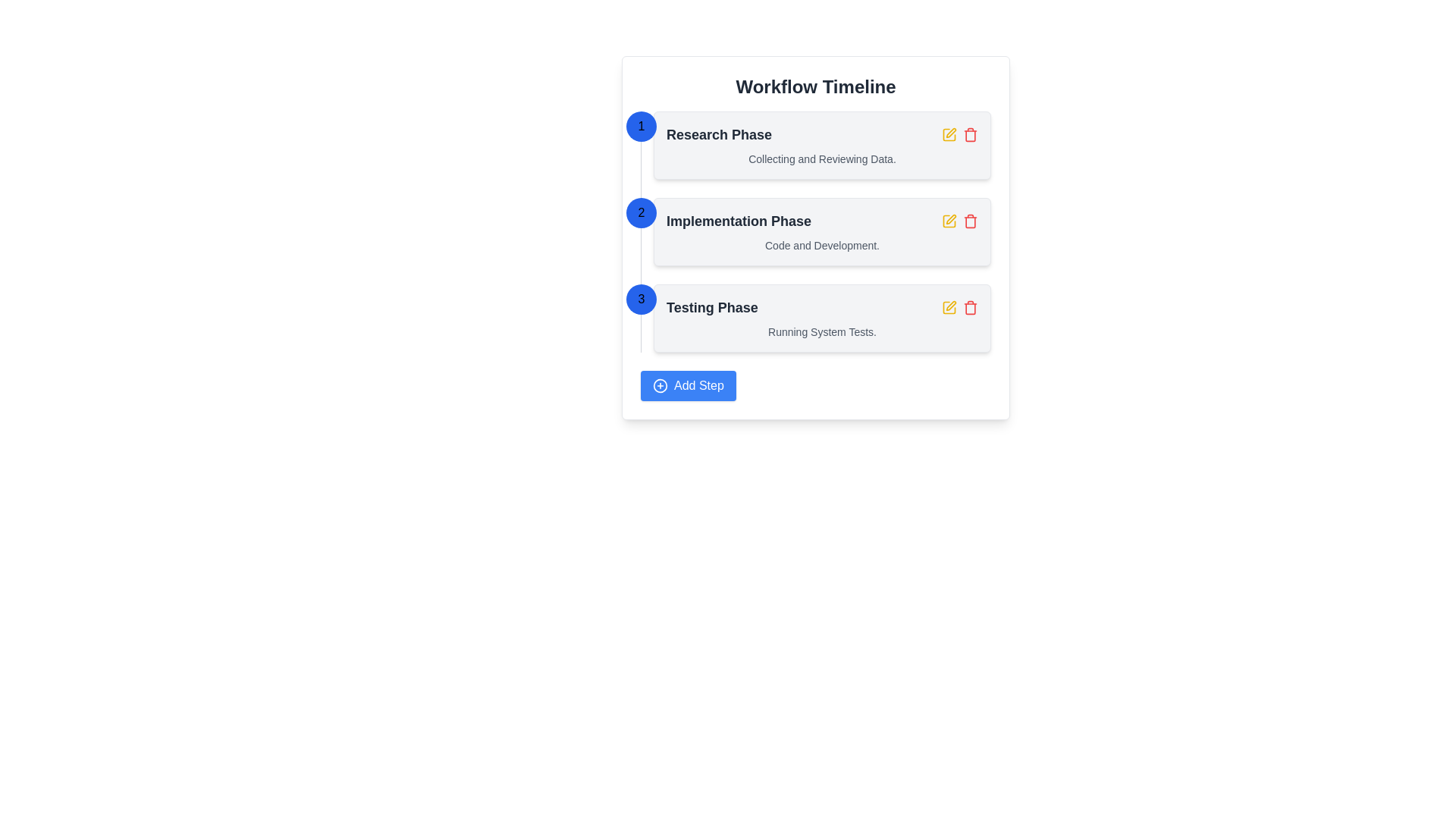  I want to click on the third step card in the workflow timeline which displays the name and description of the phase, positioned between 'Implementation Phase' and the 'Add Step' button, so click(821, 318).